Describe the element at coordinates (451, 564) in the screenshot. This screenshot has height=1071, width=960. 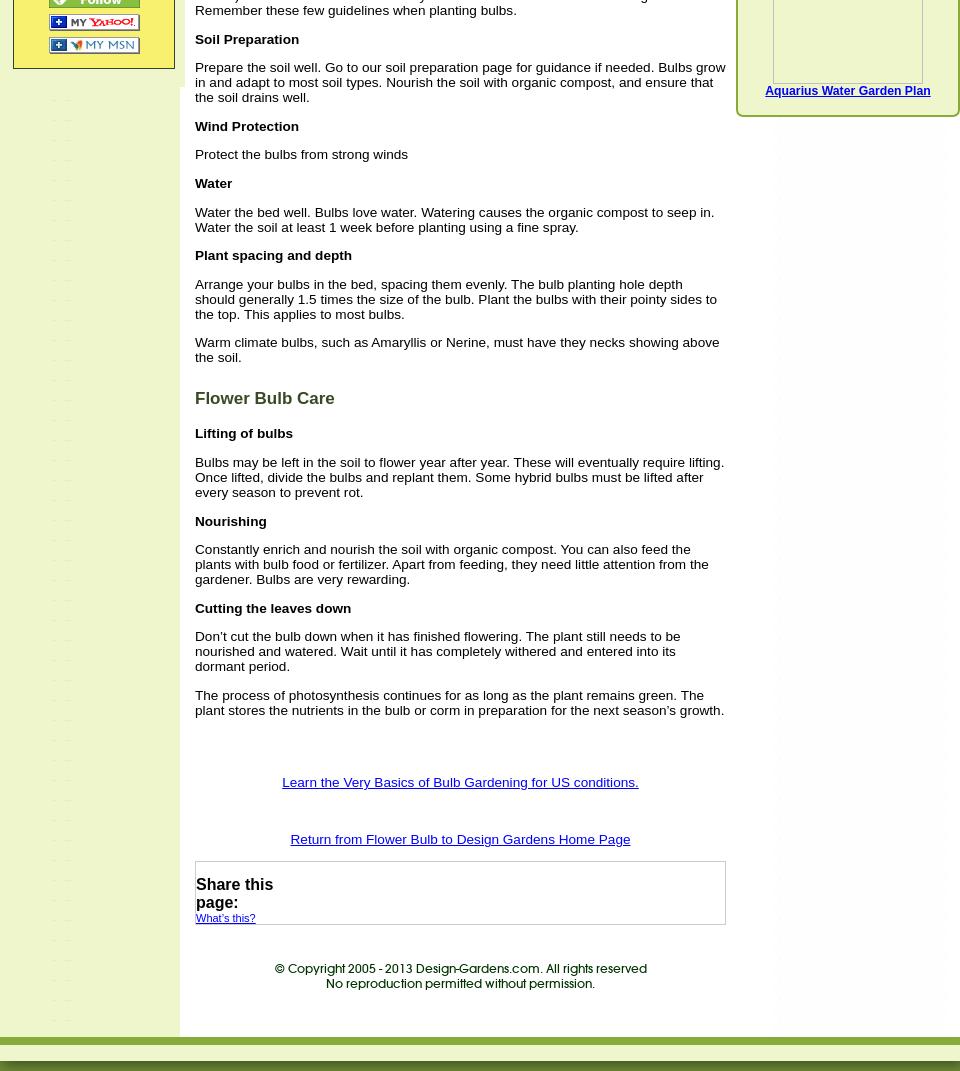
I see `'Constantly enrich and nourish the soil with organic compost. You can also feed the plants with bulb food or fertilizer. Apart from feeding, they need little attention from the gardener. Bulbs are very rewarding.'` at that location.